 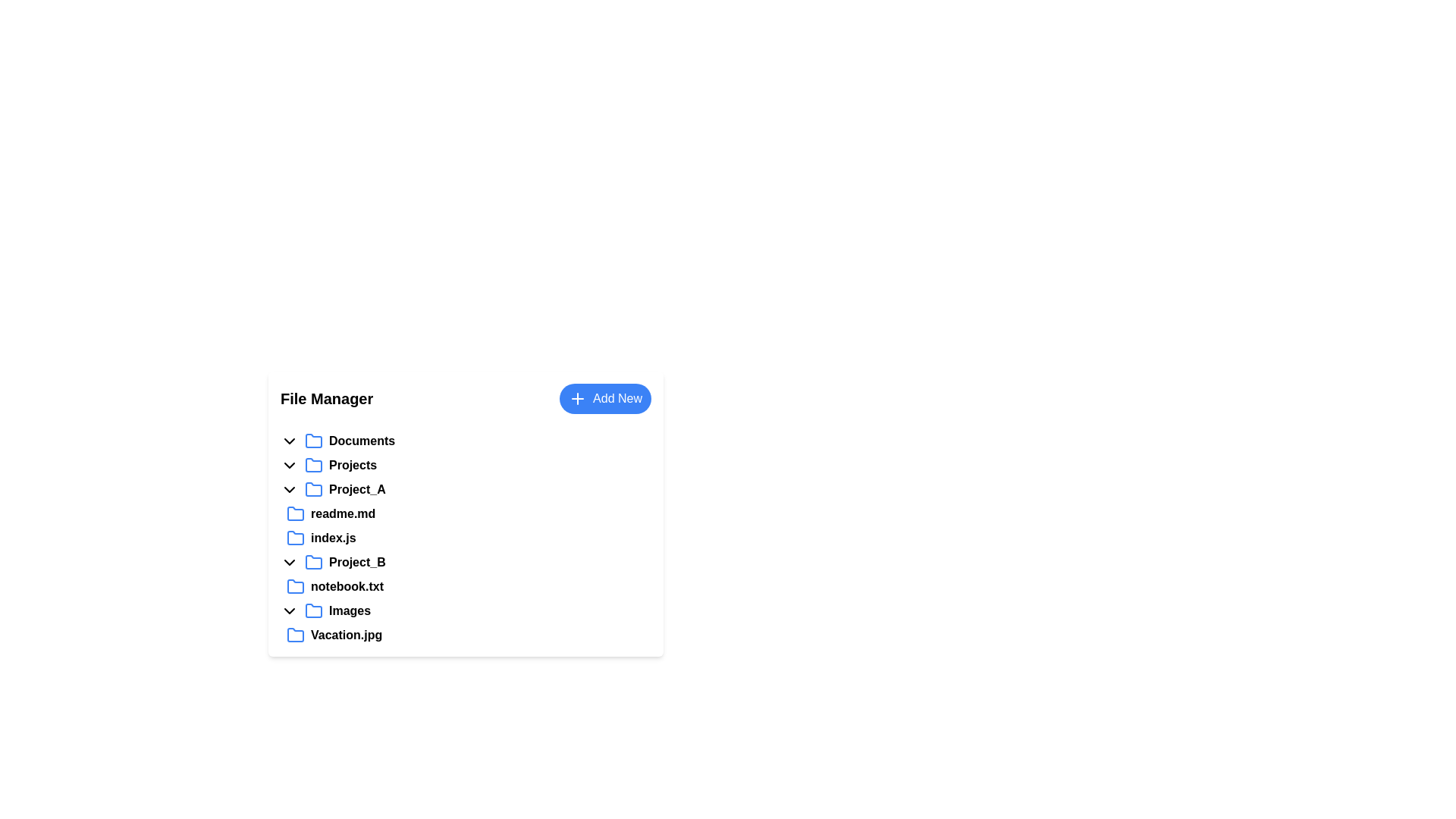 What do you see at coordinates (346, 635) in the screenshot?
I see `the text label representing a file name in the file manager interface, positioned to the right of a folder icon` at bounding box center [346, 635].